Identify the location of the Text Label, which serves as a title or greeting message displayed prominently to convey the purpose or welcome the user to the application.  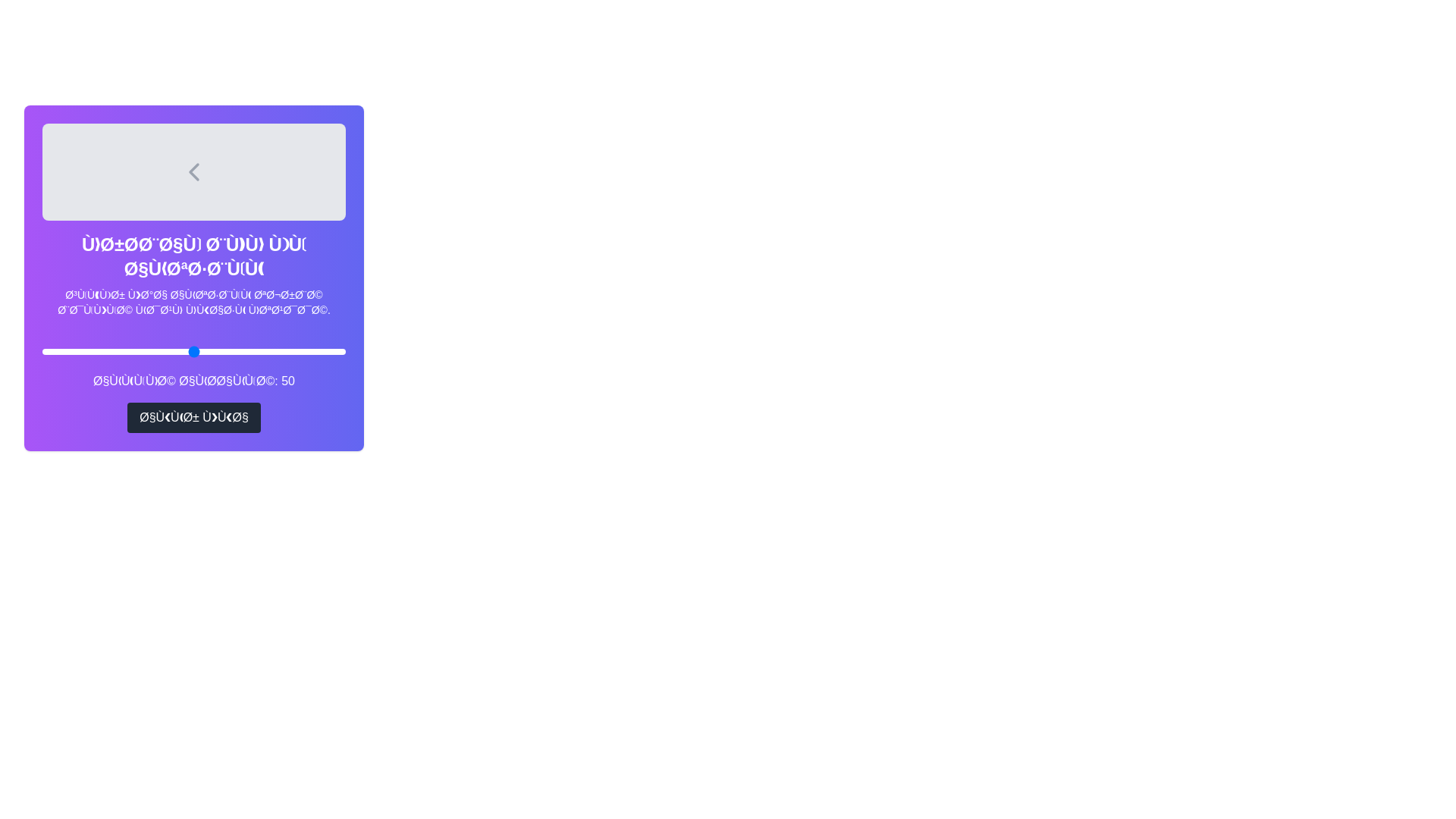
(193, 256).